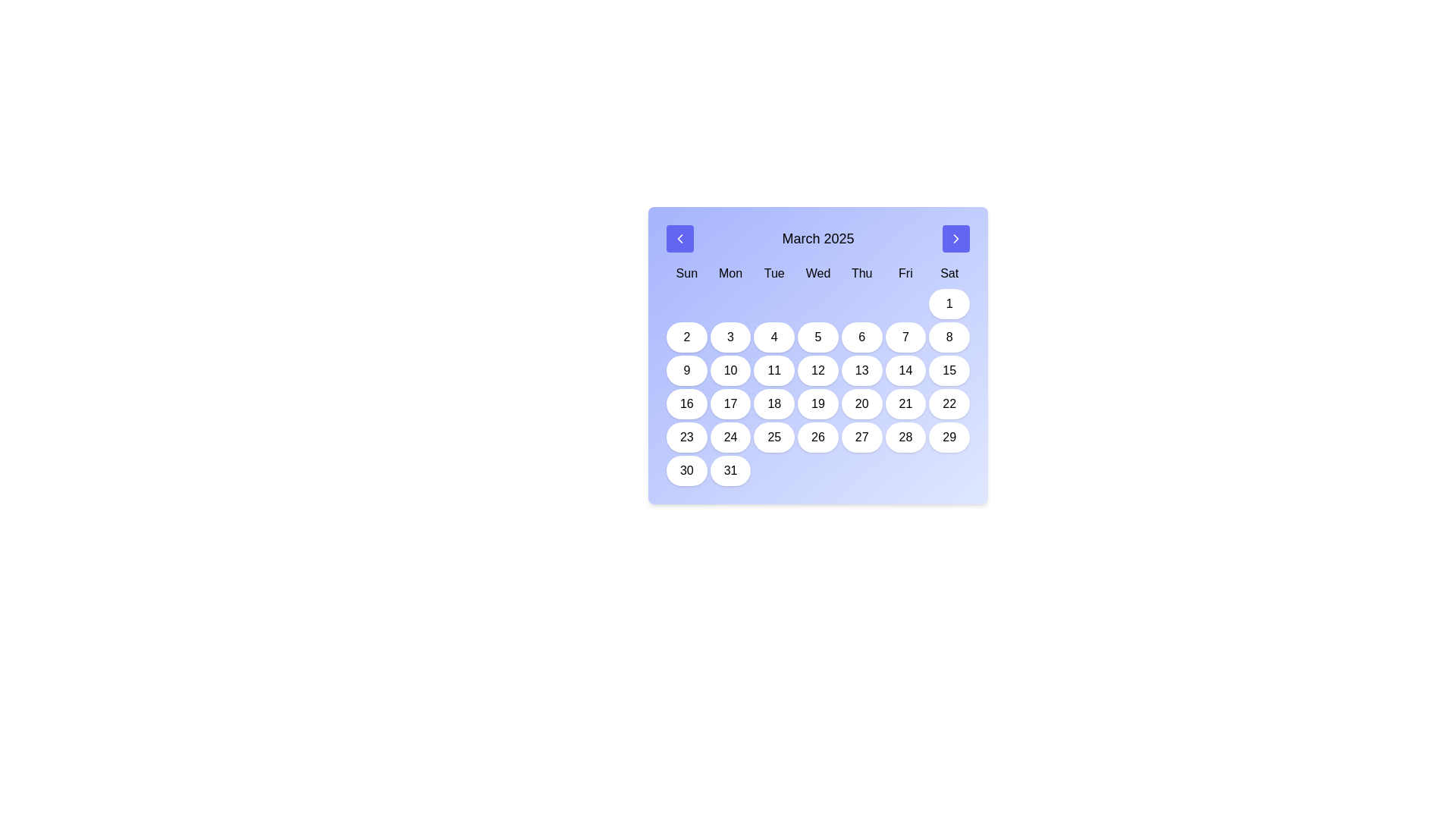  I want to click on the label displaying 'Sun' in bold text, so click(686, 274).